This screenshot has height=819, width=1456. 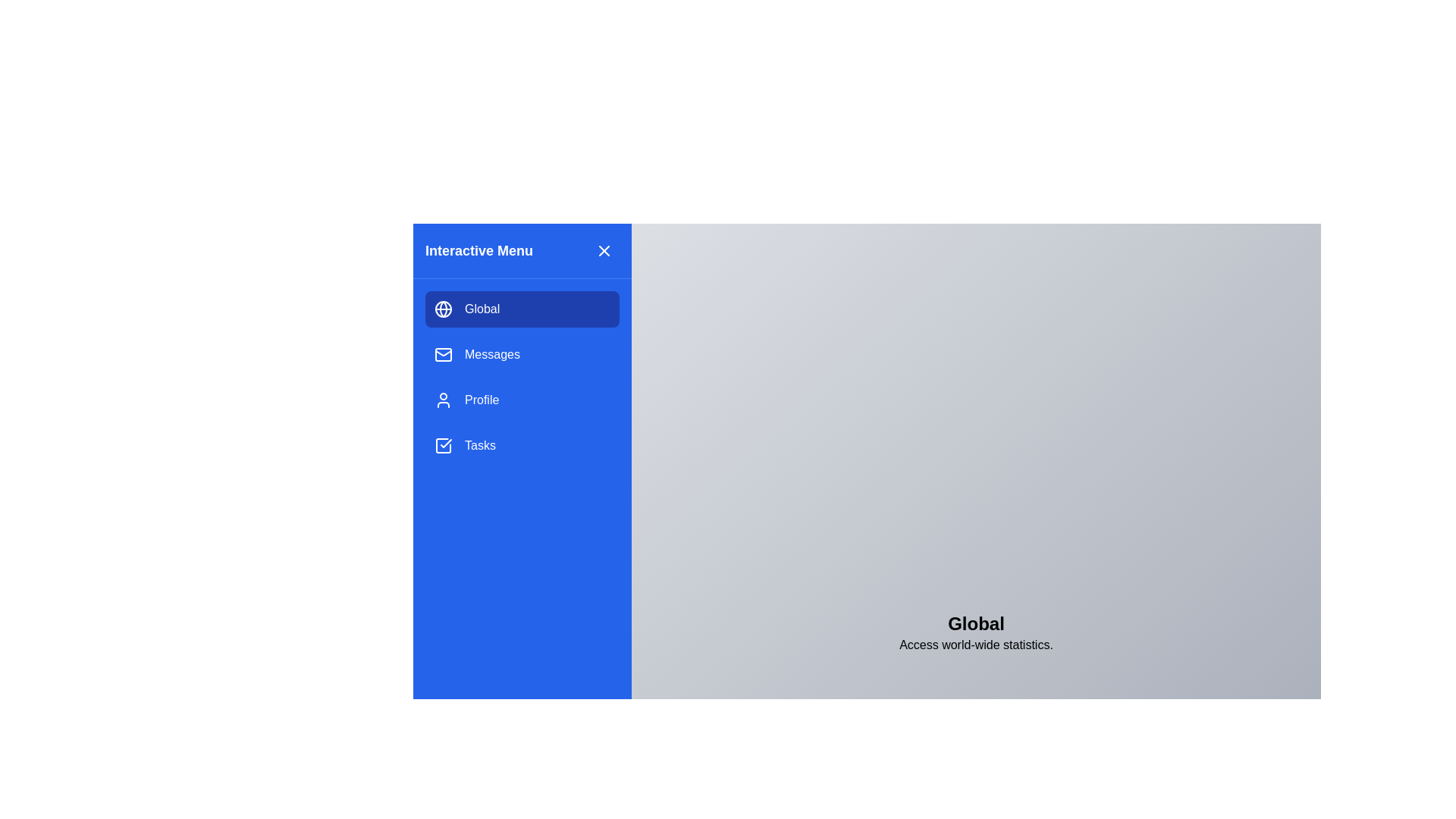 I want to click on the Icon component representing 'Tasks' located in the fourth row of the menu to visually identify the associated item, so click(x=443, y=444).